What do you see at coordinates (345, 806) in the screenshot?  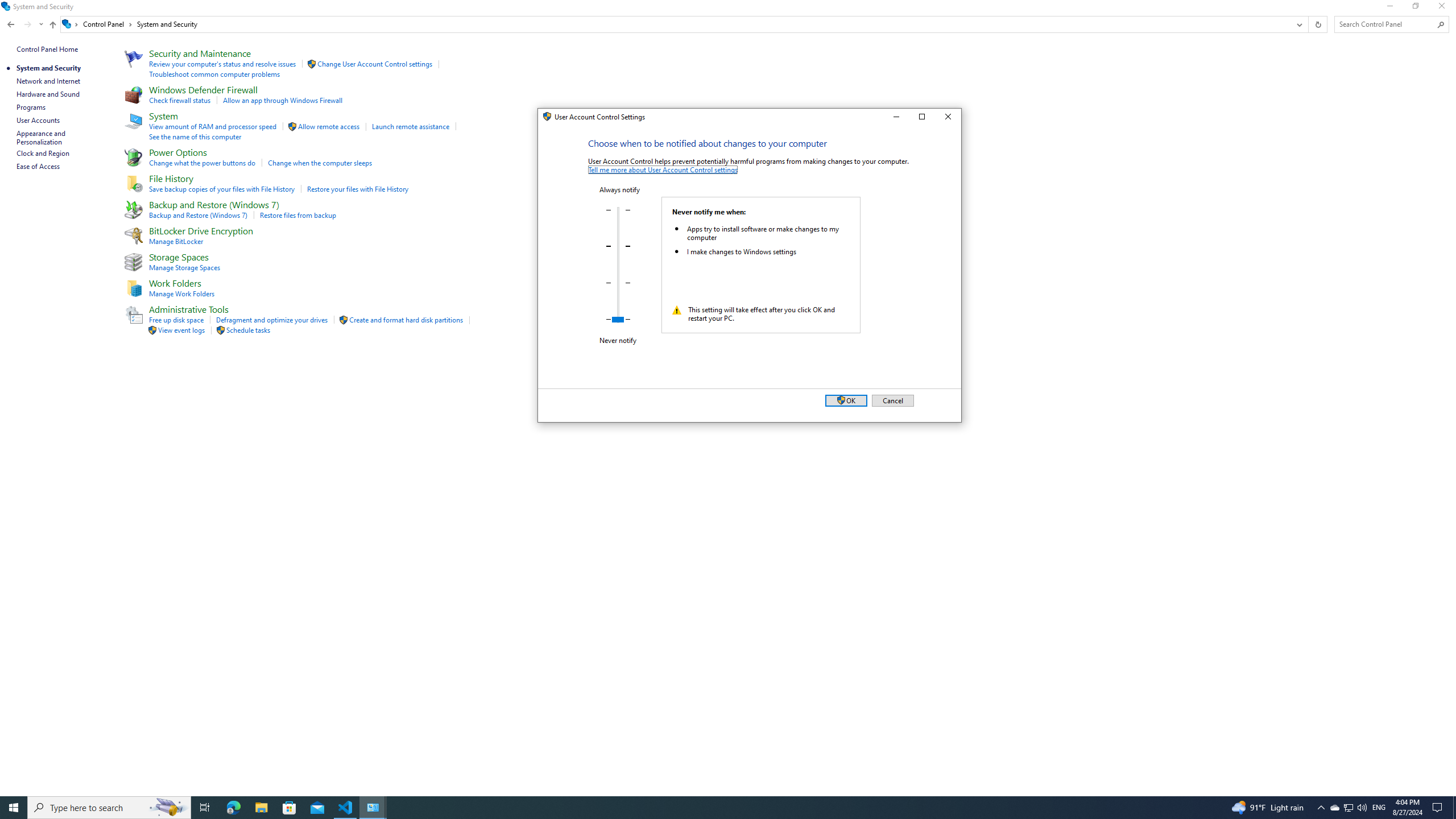 I see `'Visual Studio Code - 1 running window'` at bounding box center [345, 806].